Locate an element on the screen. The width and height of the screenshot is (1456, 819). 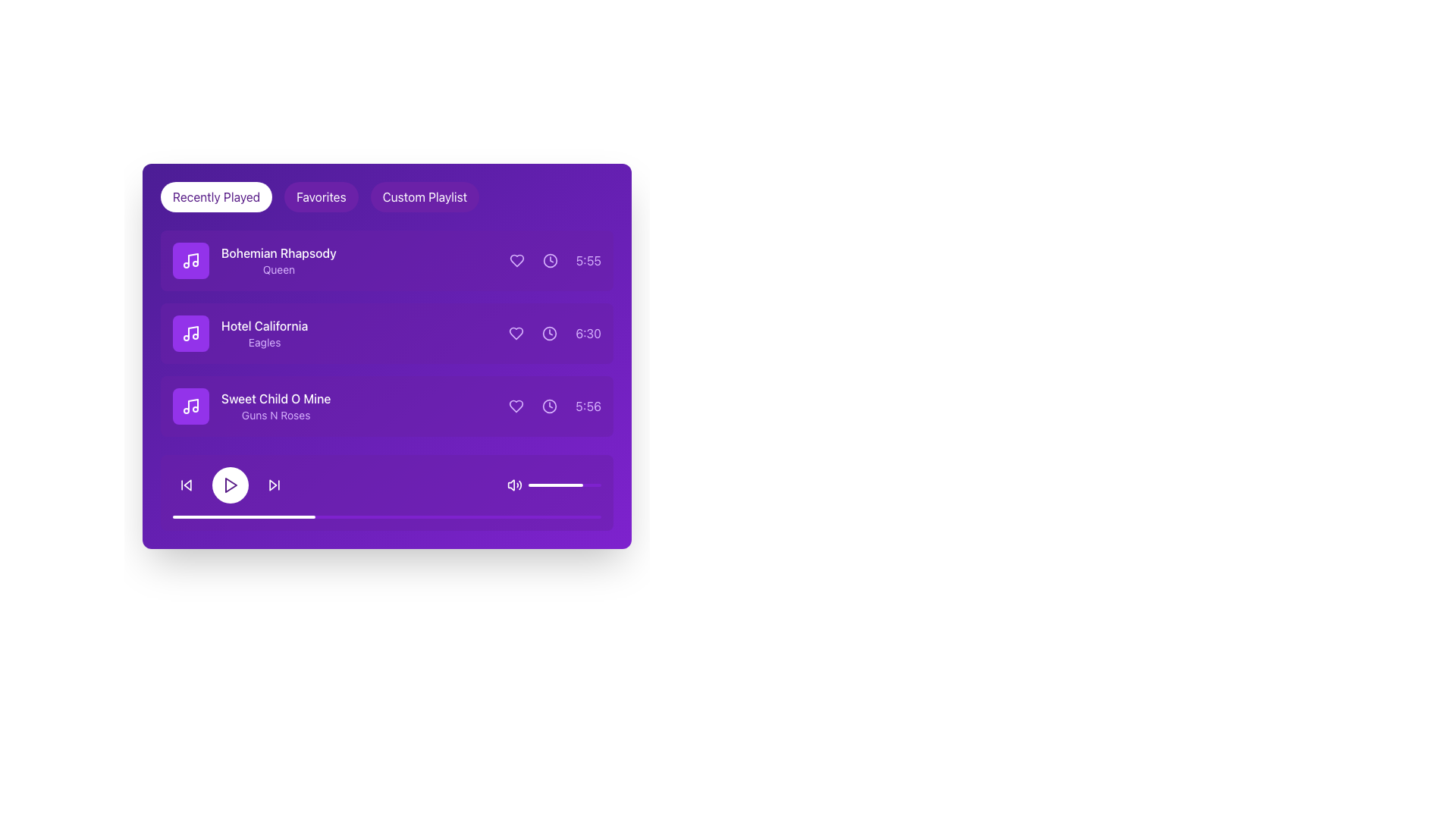
the 'Recently Played' button, which is a rounded rectangular button with a white background and purple text is located at coordinates (215, 196).